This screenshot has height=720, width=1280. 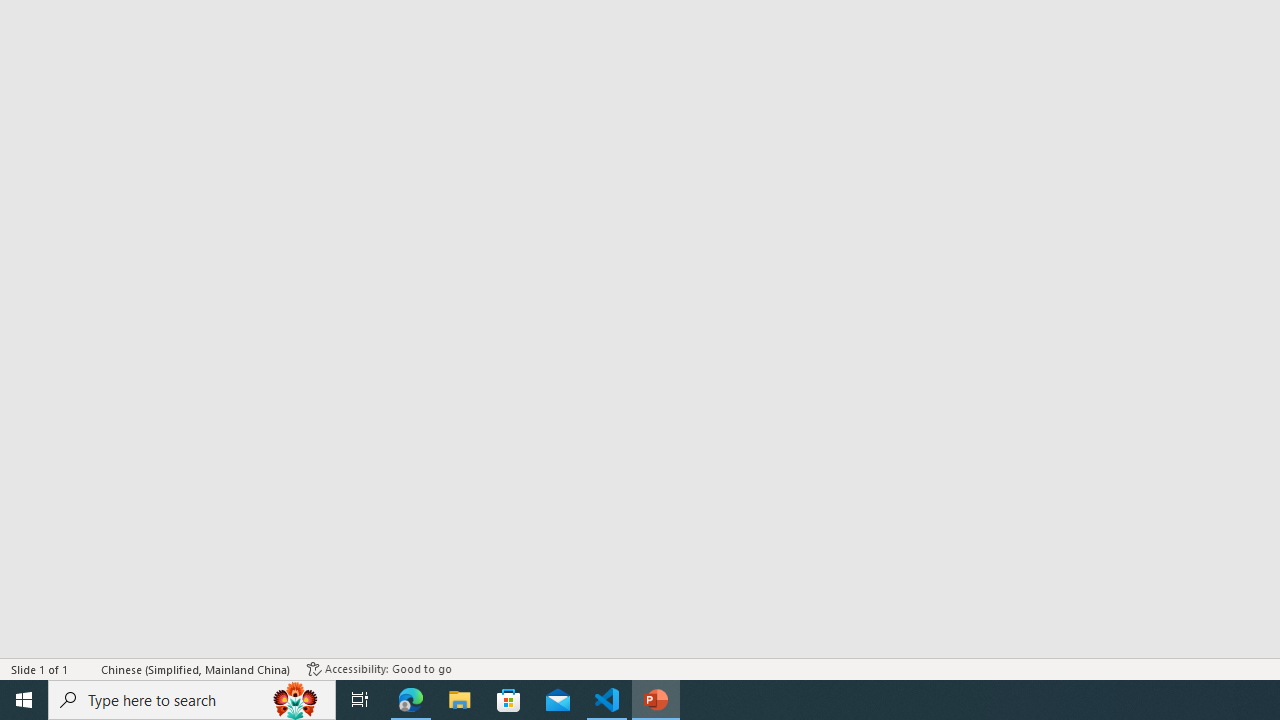 I want to click on 'Task View', so click(x=359, y=698).